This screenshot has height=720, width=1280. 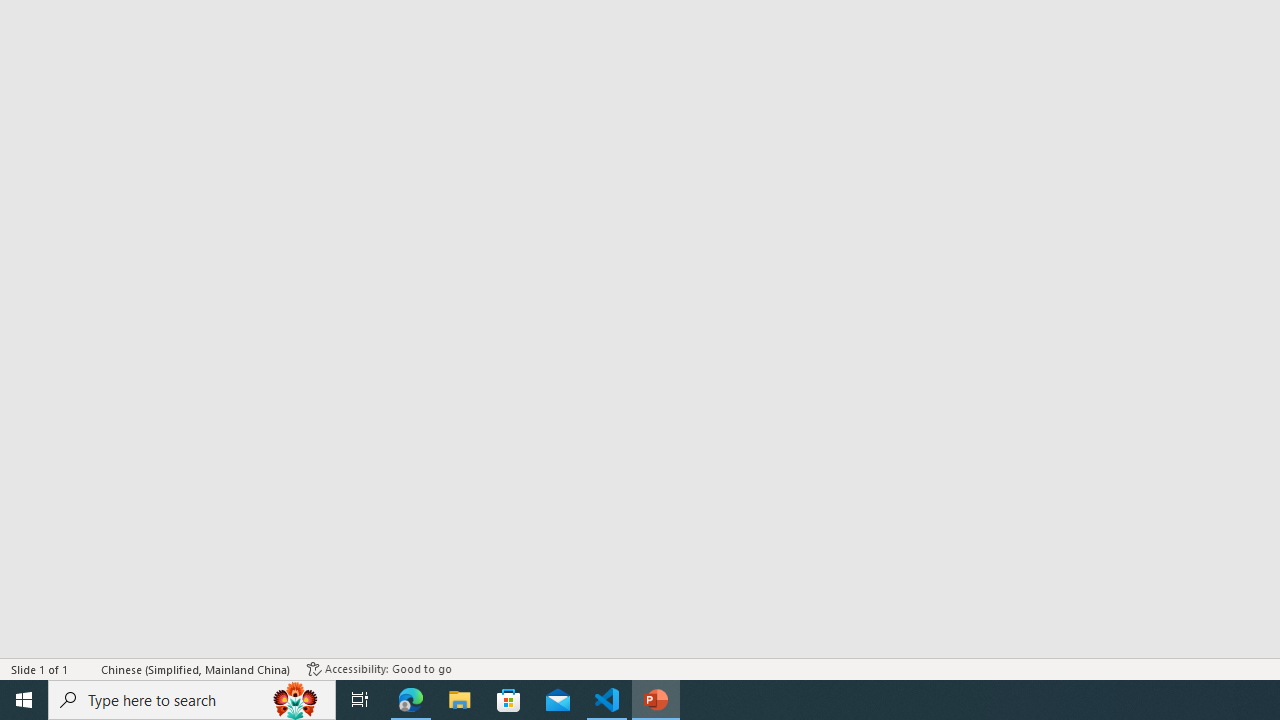 I want to click on 'Task View', so click(x=359, y=698).